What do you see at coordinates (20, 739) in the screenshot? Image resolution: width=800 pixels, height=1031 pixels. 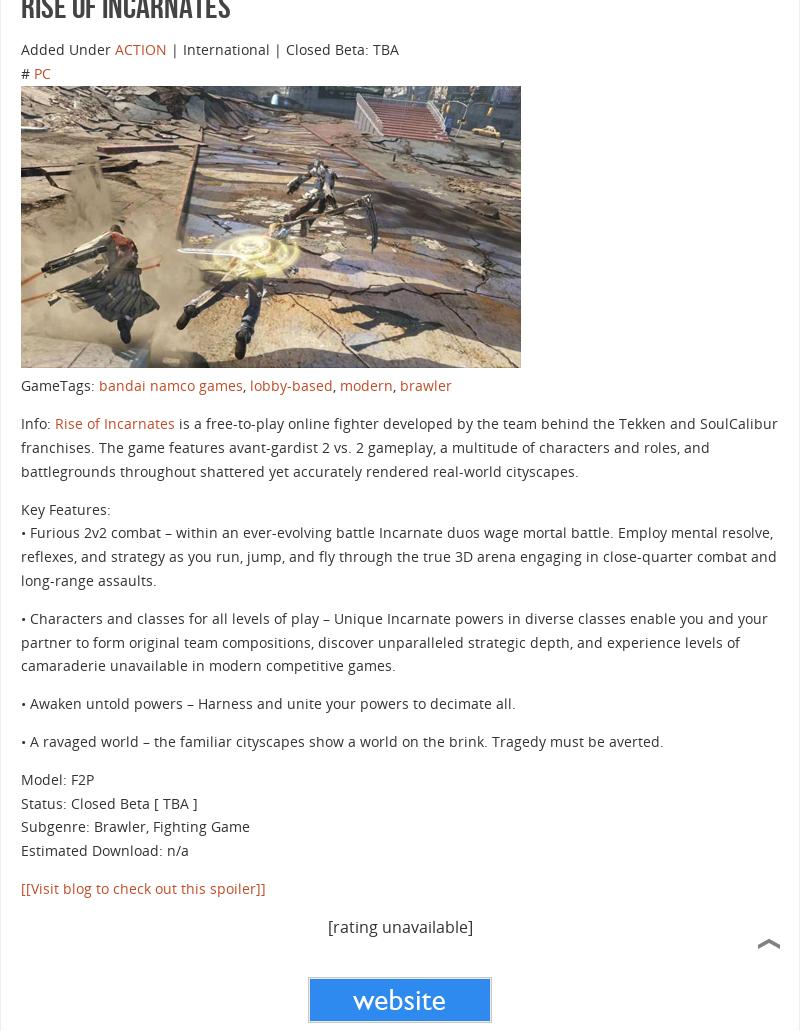 I see `'• A ravaged world – the familiar cityscapes show a world on the brink. Tragedy must be averted.'` at bounding box center [20, 739].